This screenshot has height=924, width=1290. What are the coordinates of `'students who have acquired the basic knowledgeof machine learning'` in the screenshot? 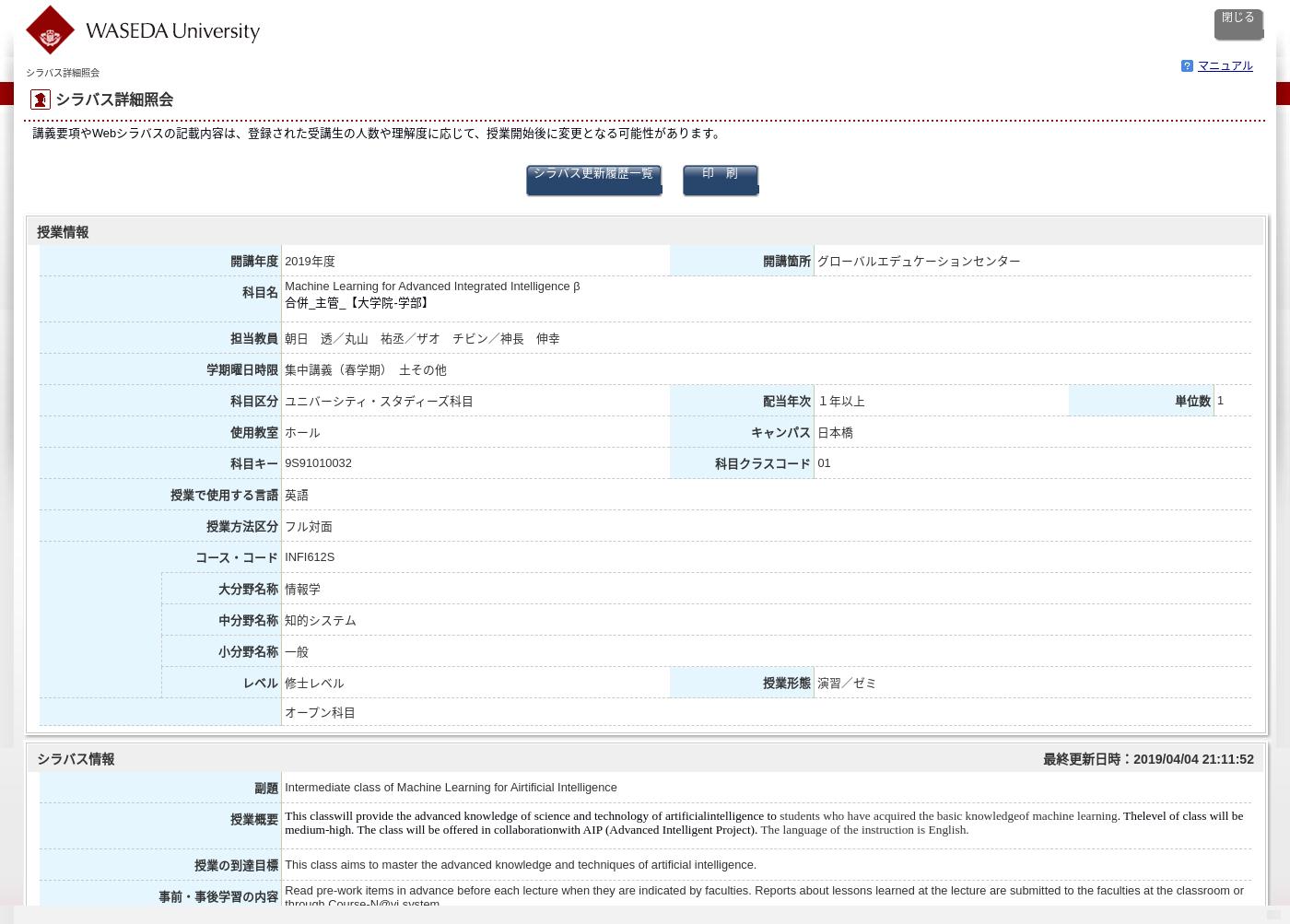 It's located at (948, 814).